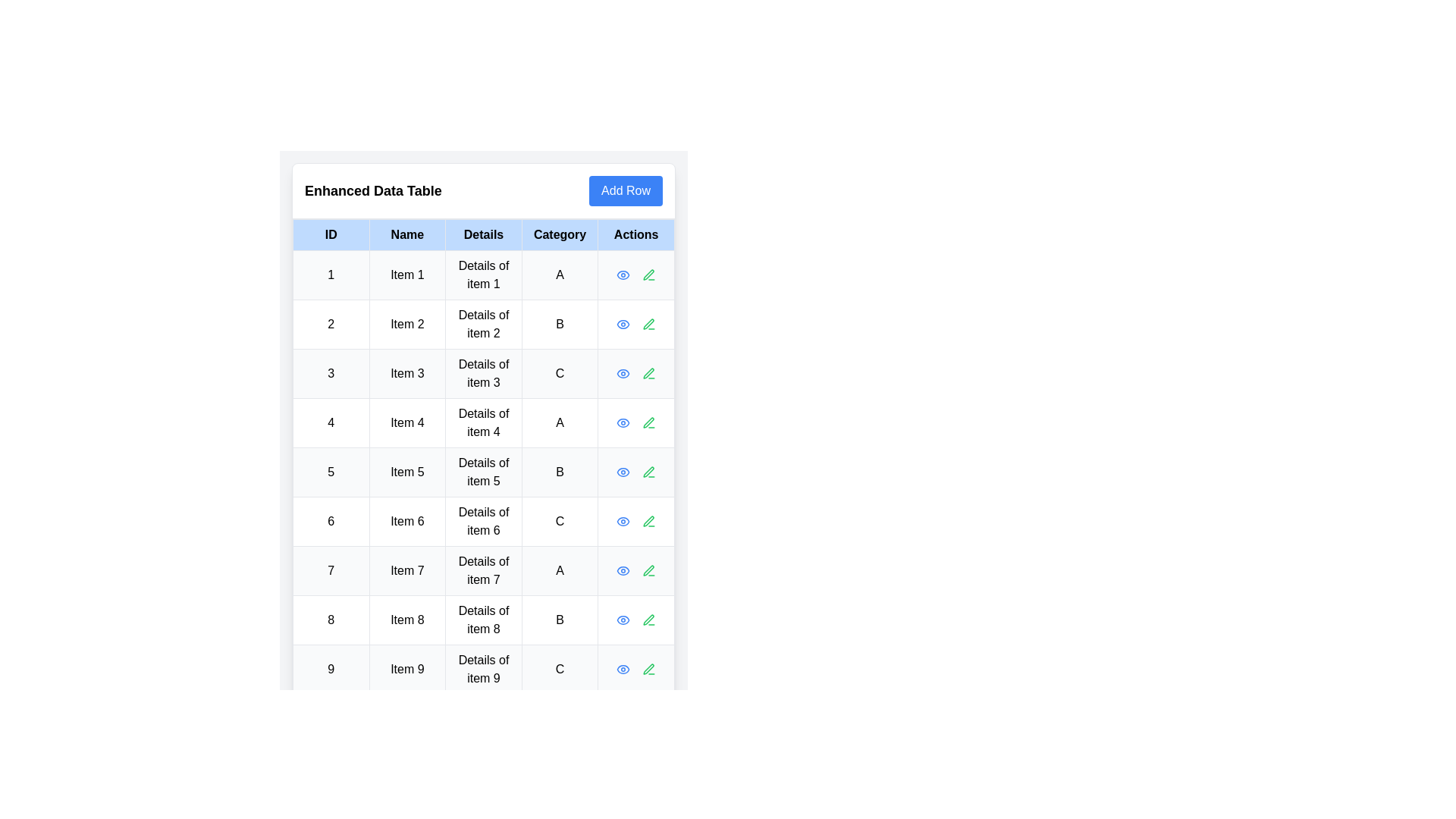  Describe the element at coordinates (623, 324) in the screenshot. I see `the view icon button located in the 'Actions' column of the second row in the table` at that location.